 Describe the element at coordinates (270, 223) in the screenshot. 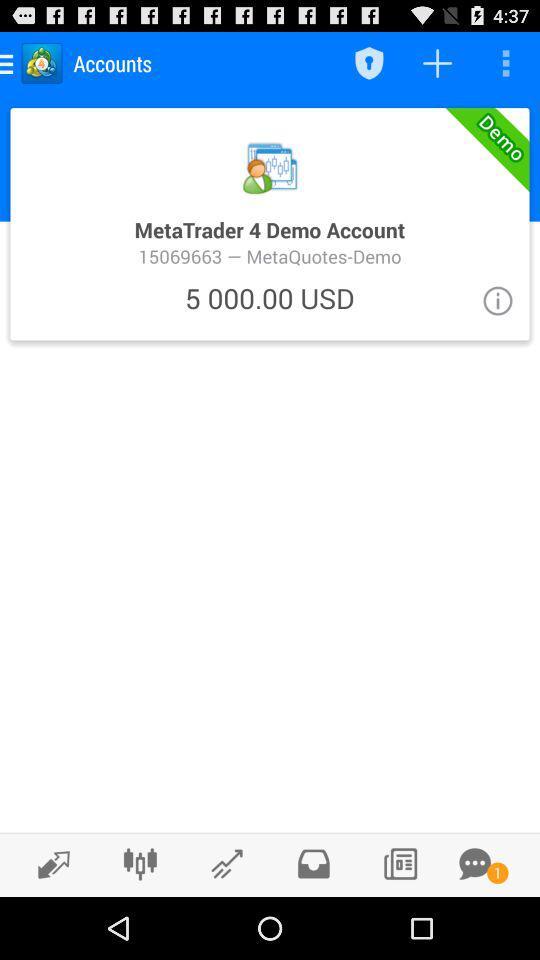

I see `click on the demo` at that location.